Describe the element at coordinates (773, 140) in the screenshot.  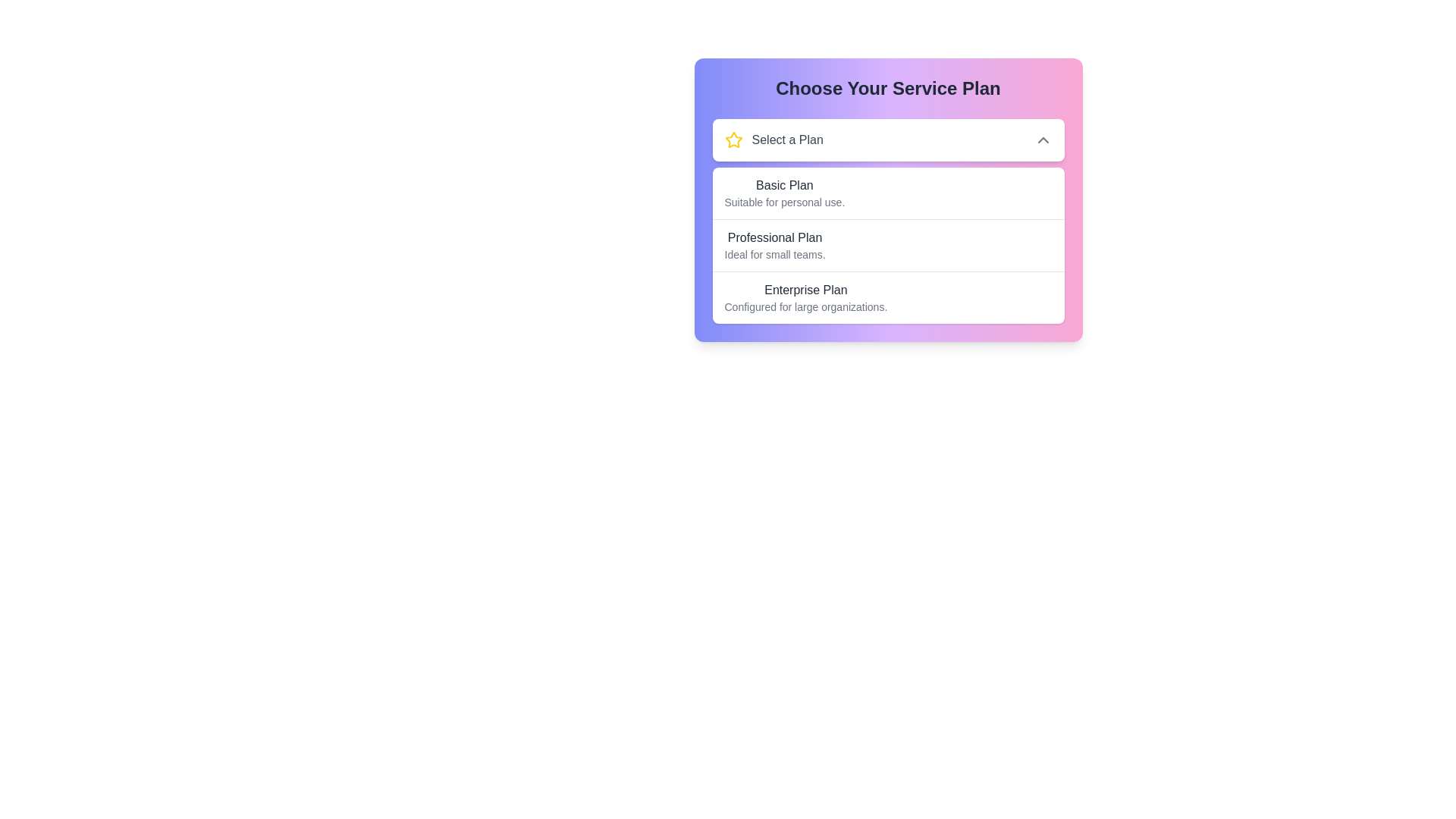
I see `the dropdown selector title for choosing a service plan, located in the top section of a card-like layout with a gradient background` at that location.